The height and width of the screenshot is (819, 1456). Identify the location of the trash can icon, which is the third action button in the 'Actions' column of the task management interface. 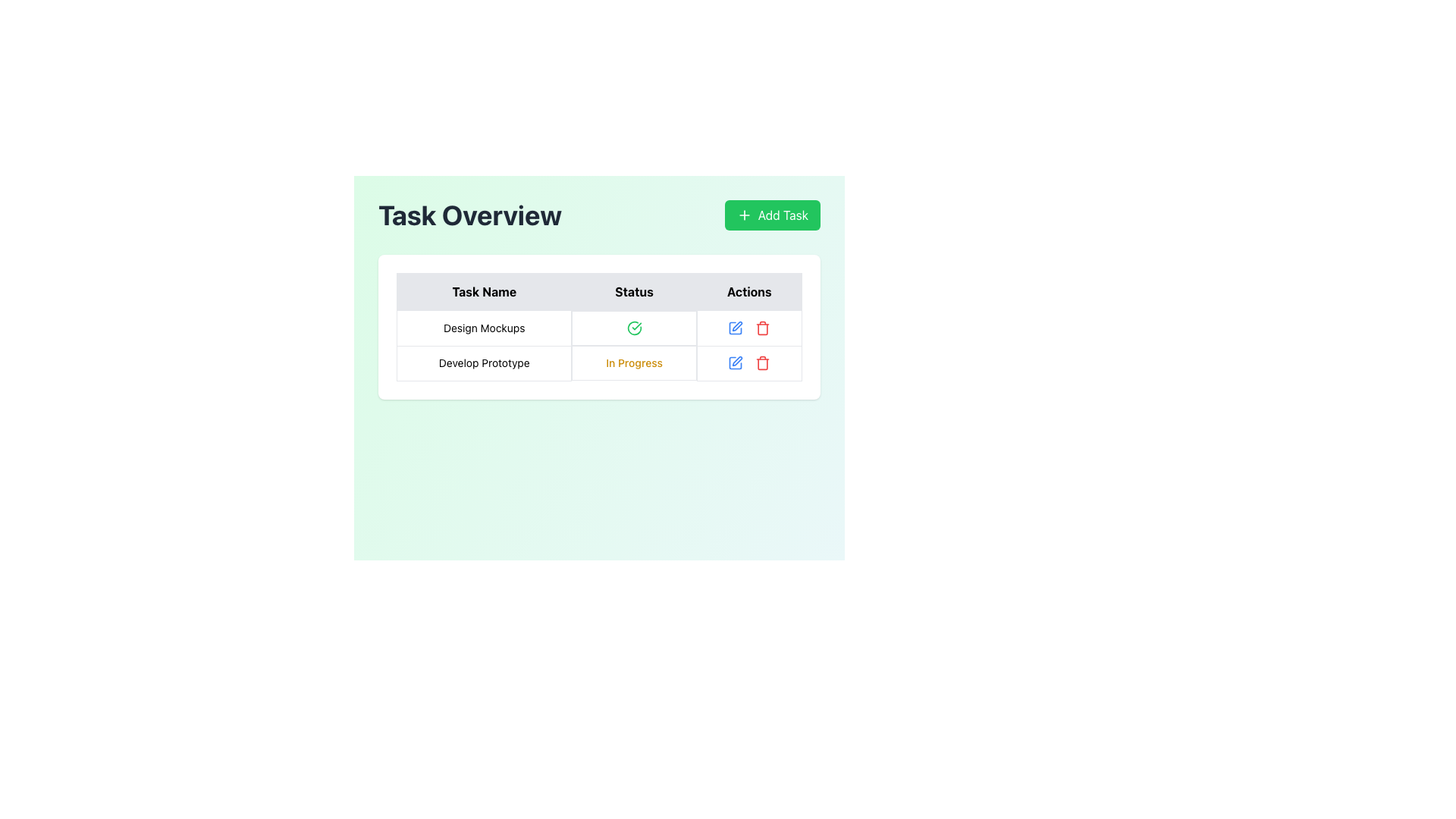
(763, 328).